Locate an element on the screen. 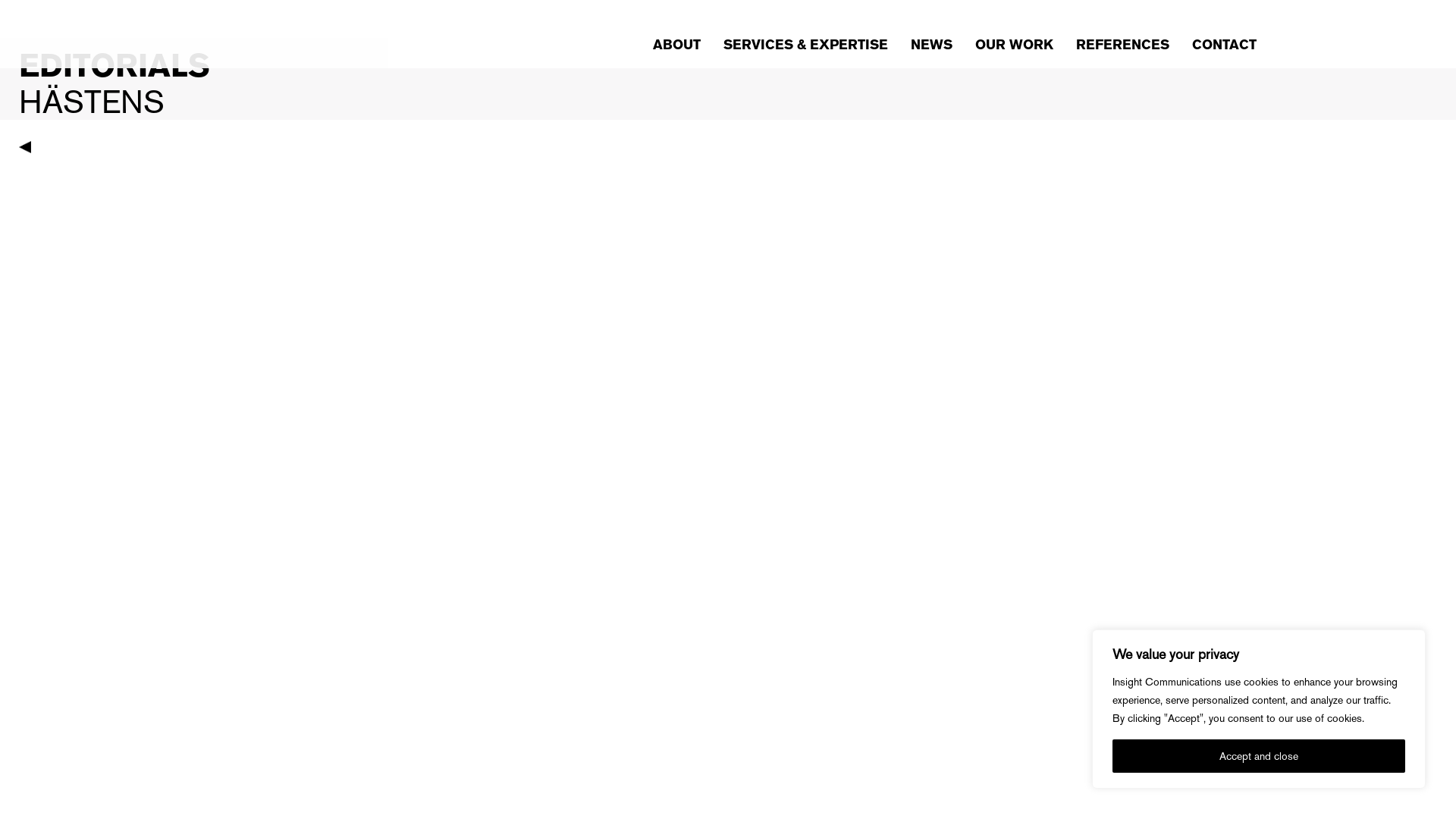  'Accept and close' is located at coordinates (1259, 755).